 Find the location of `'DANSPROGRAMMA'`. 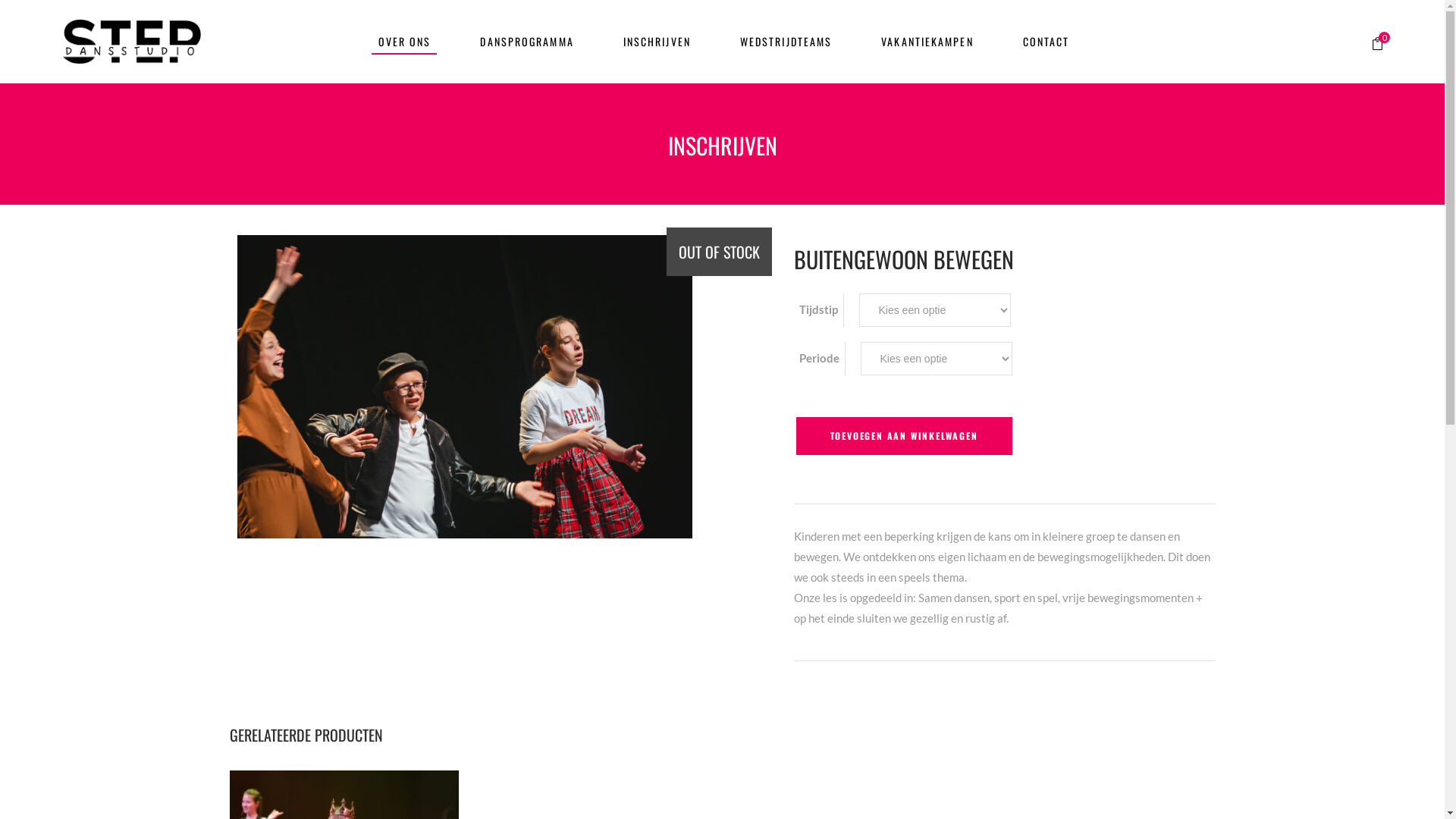

'DANSPROGRAMMA' is located at coordinates (526, 40).